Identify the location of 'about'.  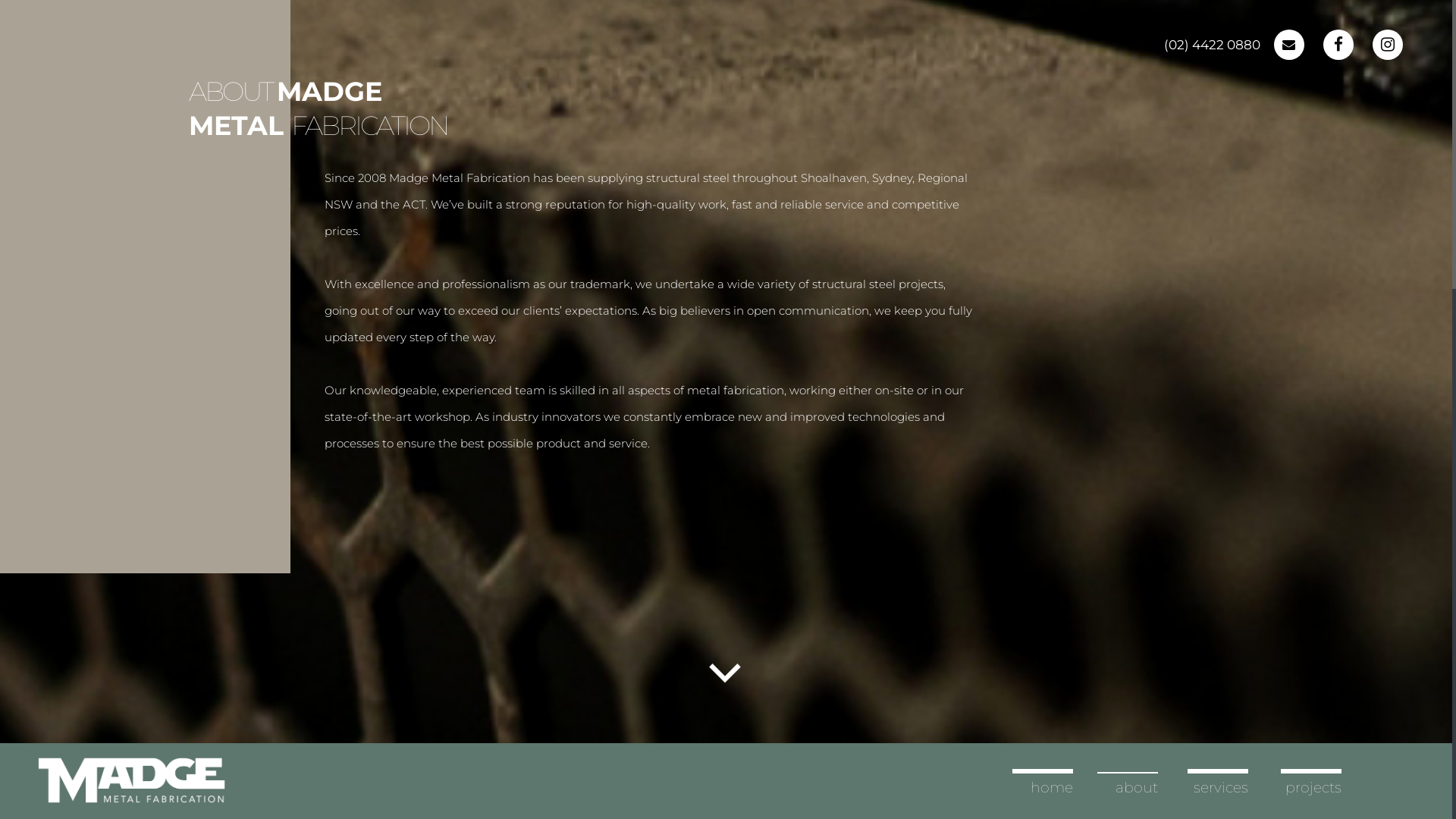
(1136, 786).